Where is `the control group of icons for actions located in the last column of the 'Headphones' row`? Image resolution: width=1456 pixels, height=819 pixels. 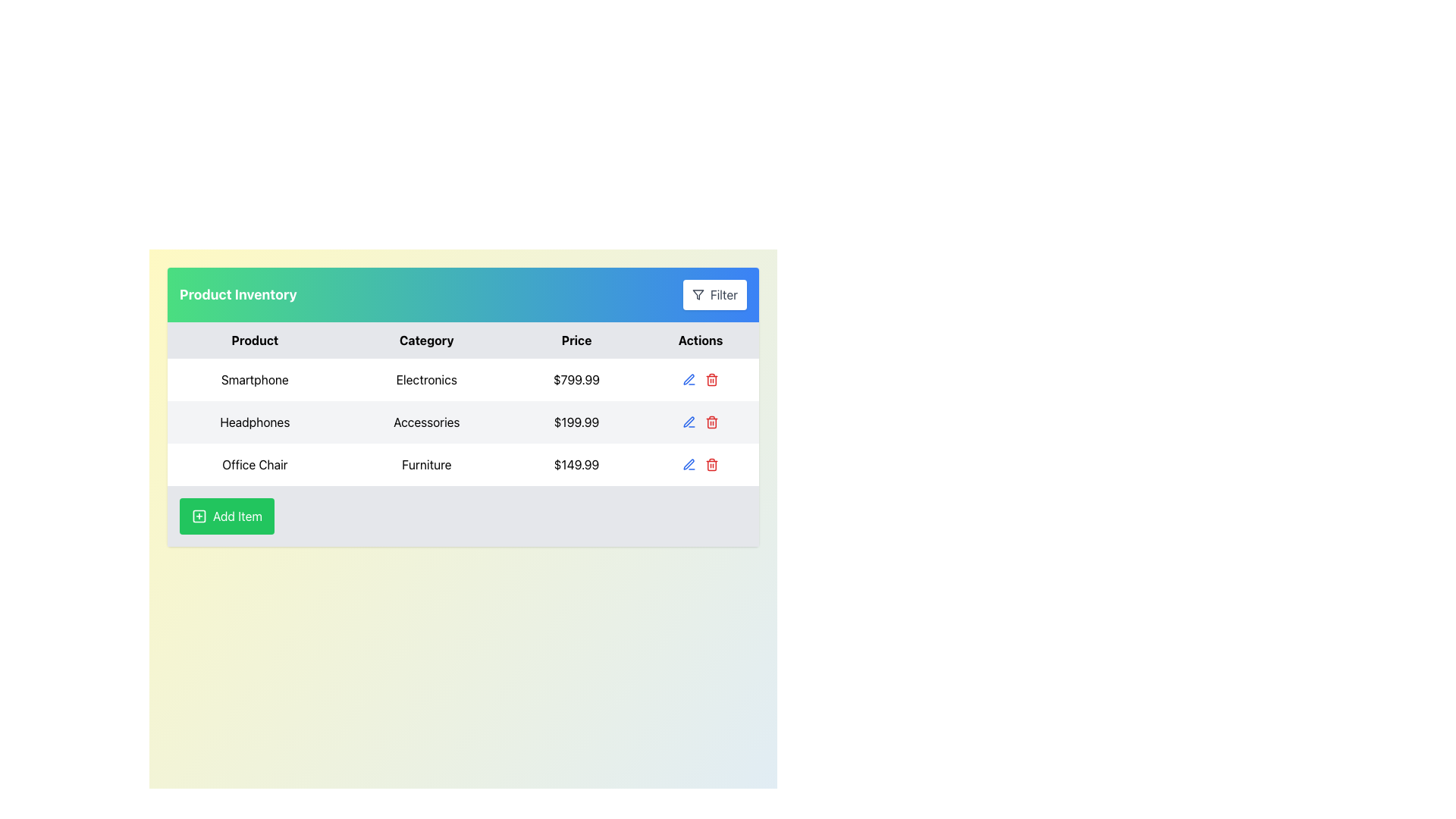 the control group of icons for actions located in the last column of the 'Headphones' row is located at coordinates (700, 422).